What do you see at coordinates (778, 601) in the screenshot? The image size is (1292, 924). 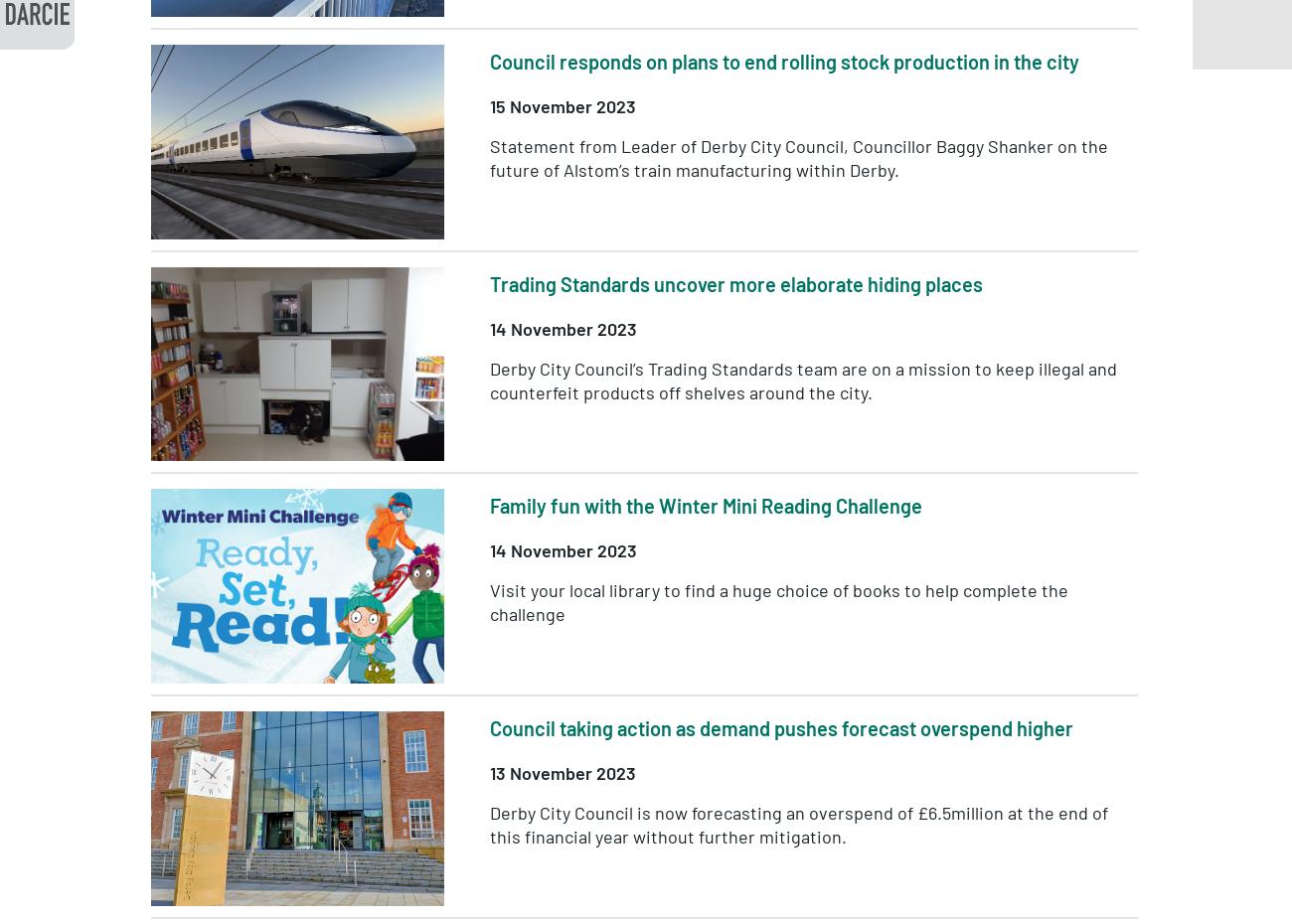 I see `'Visit your local library to find a huge choice of books to help complete the challenge'` at bounding box center [778, 601].